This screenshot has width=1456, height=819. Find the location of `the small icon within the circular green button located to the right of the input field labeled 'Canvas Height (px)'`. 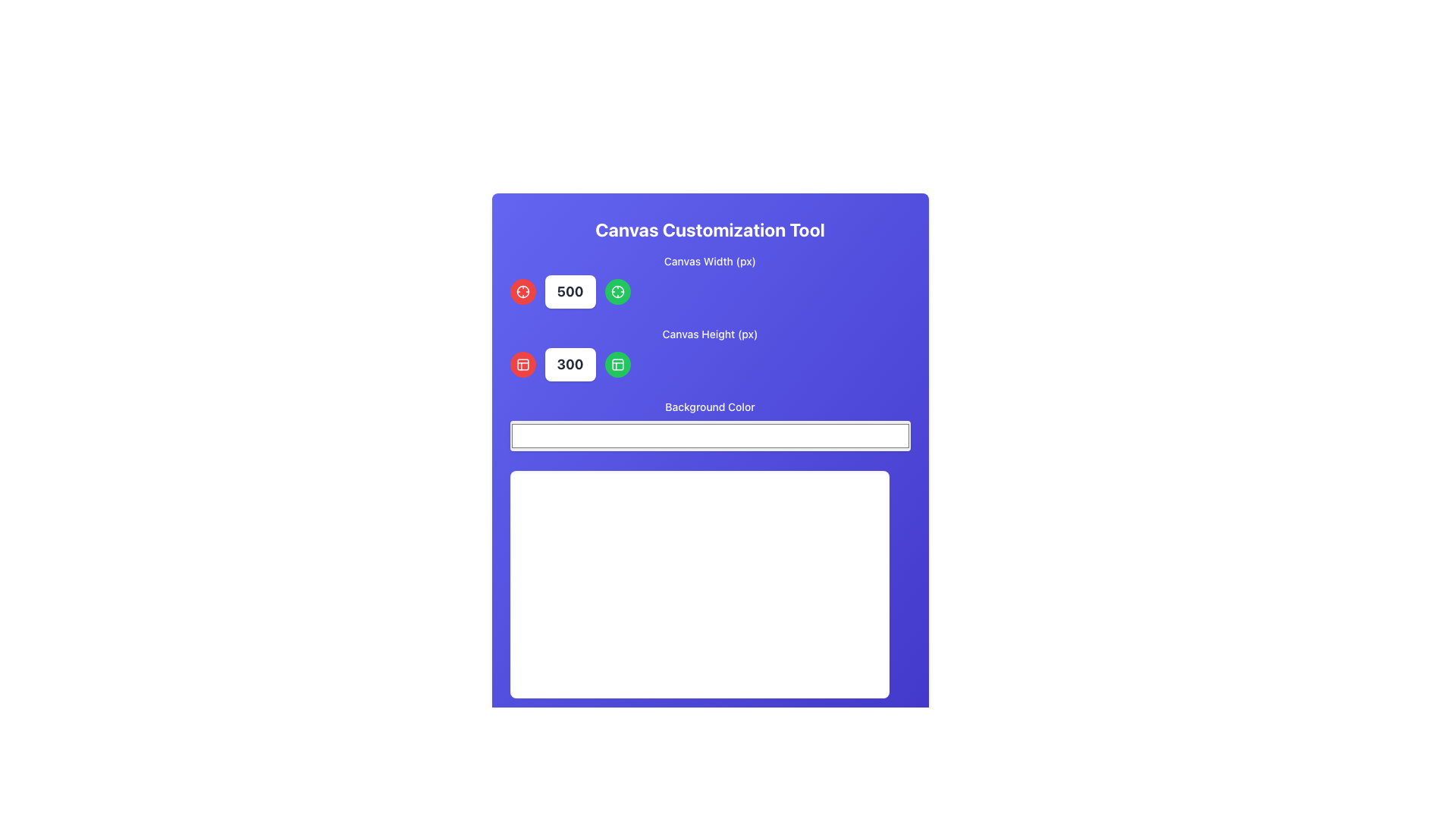

the small icon within the circular green button located to the right of the input field labeled 'Canvas Height (px)' is located at coordinates (617, 365).